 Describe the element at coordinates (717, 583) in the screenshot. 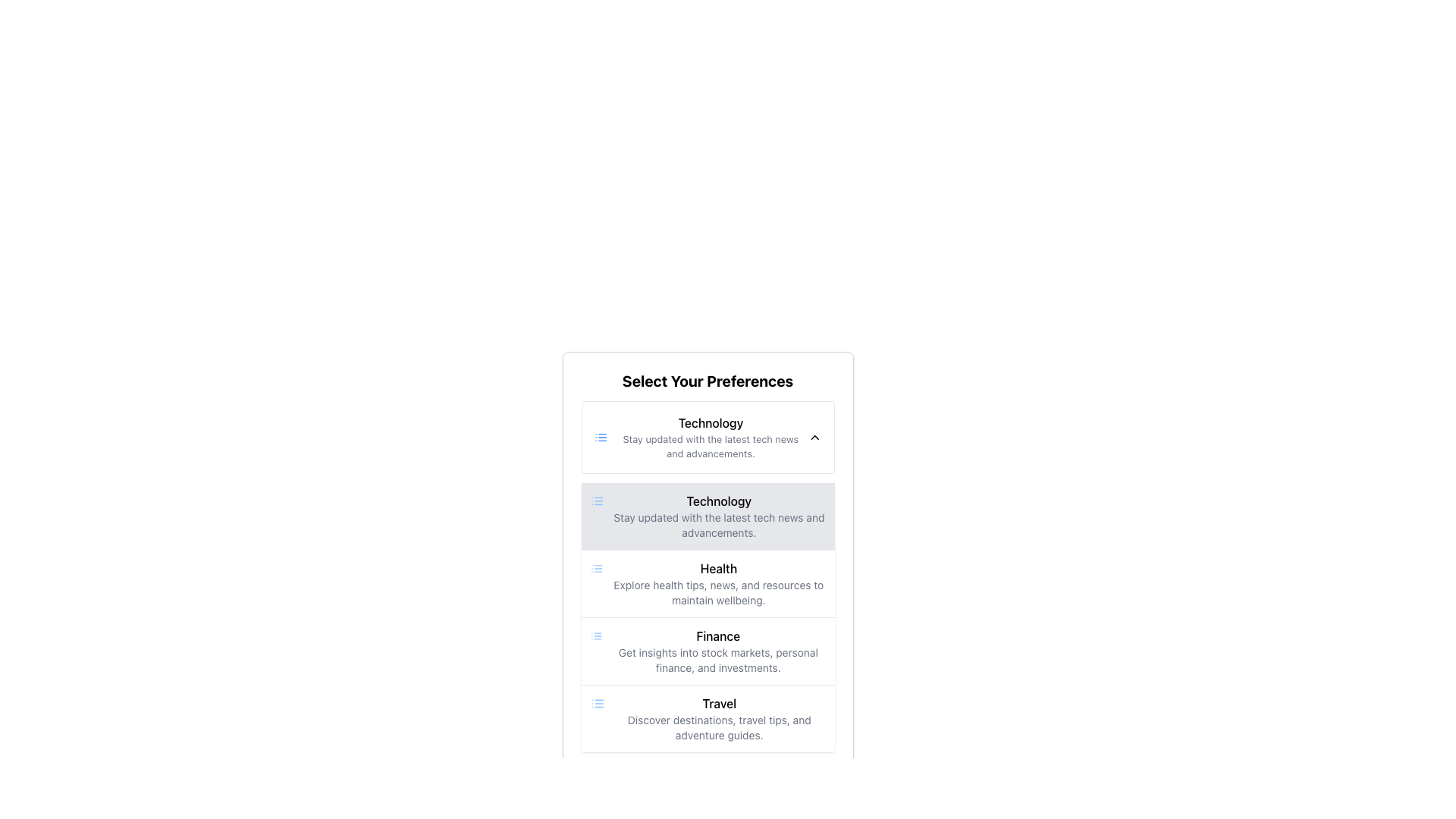

I see `the 'Health' text label that contains the title 'Health' in bold and larger font, and the description in smaller gray font, positioned between the 'Technology' and 'Finance' sections` at that location.